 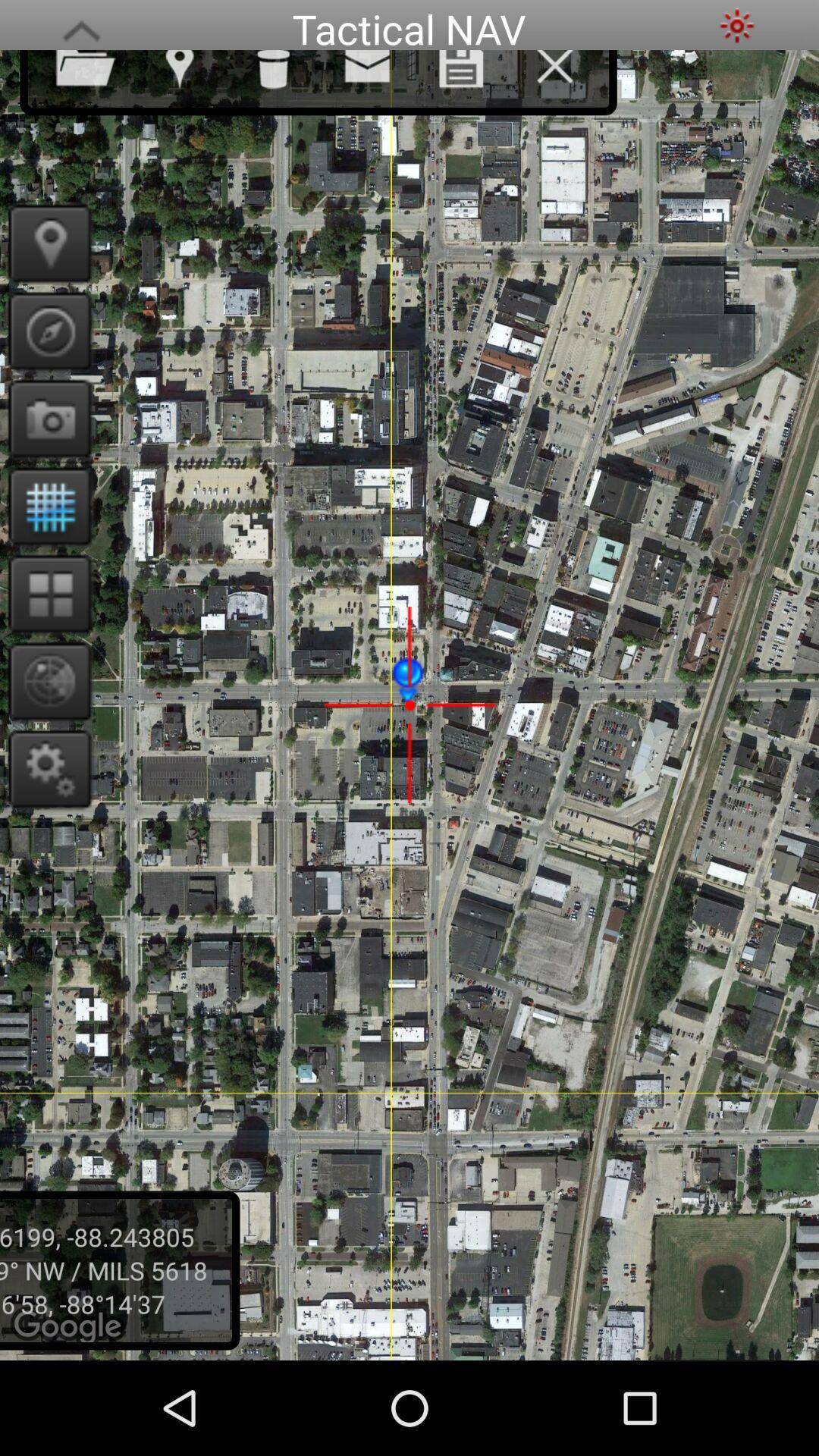 What do you see at coordinates (81, 25) in the screenshot?
I see `load more menu options` at bounding box center [81, 25].